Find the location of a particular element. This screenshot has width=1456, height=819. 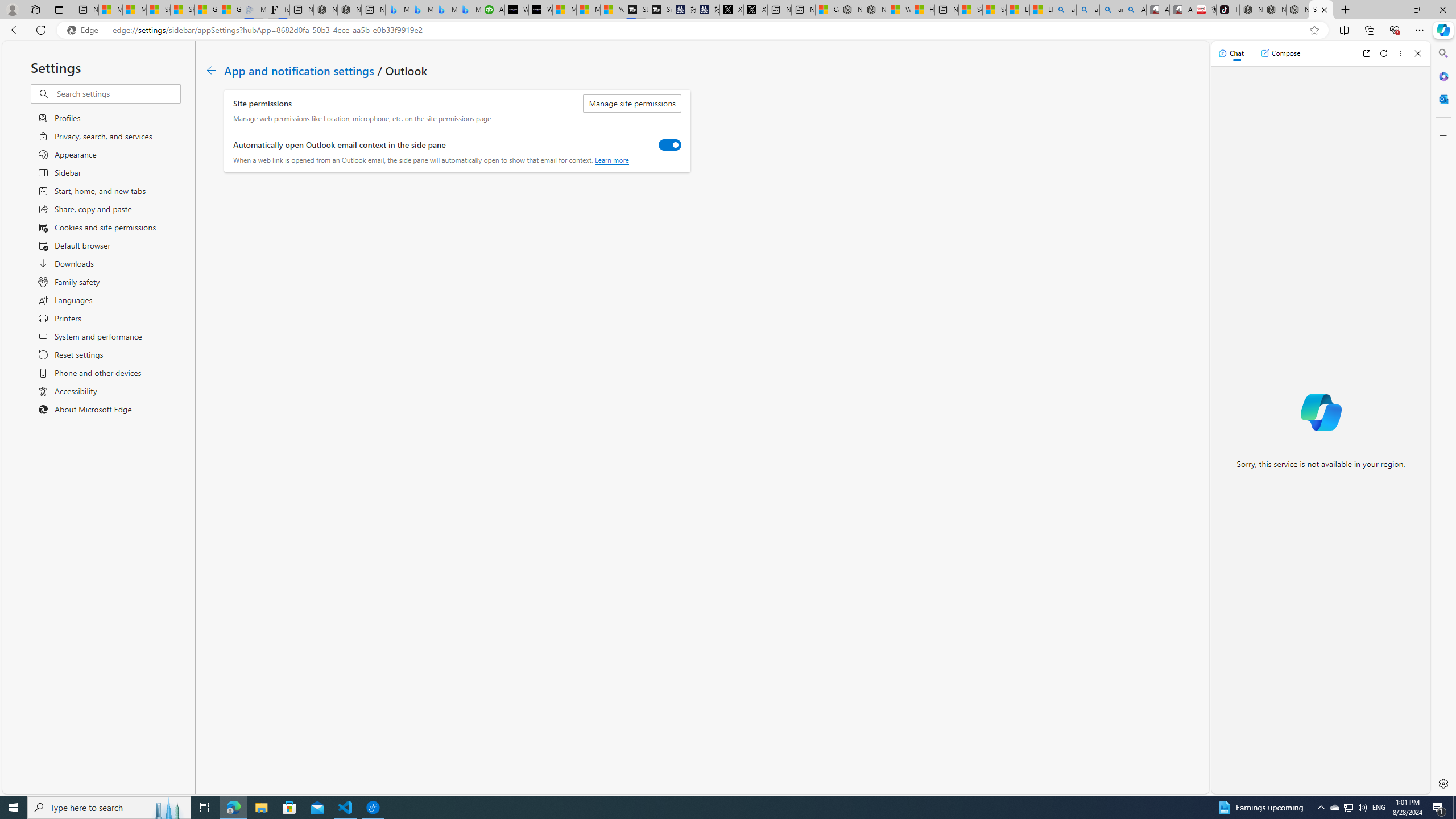

'Amazon Echo Robot - Search Images' is located at coordinates (1134, 9).